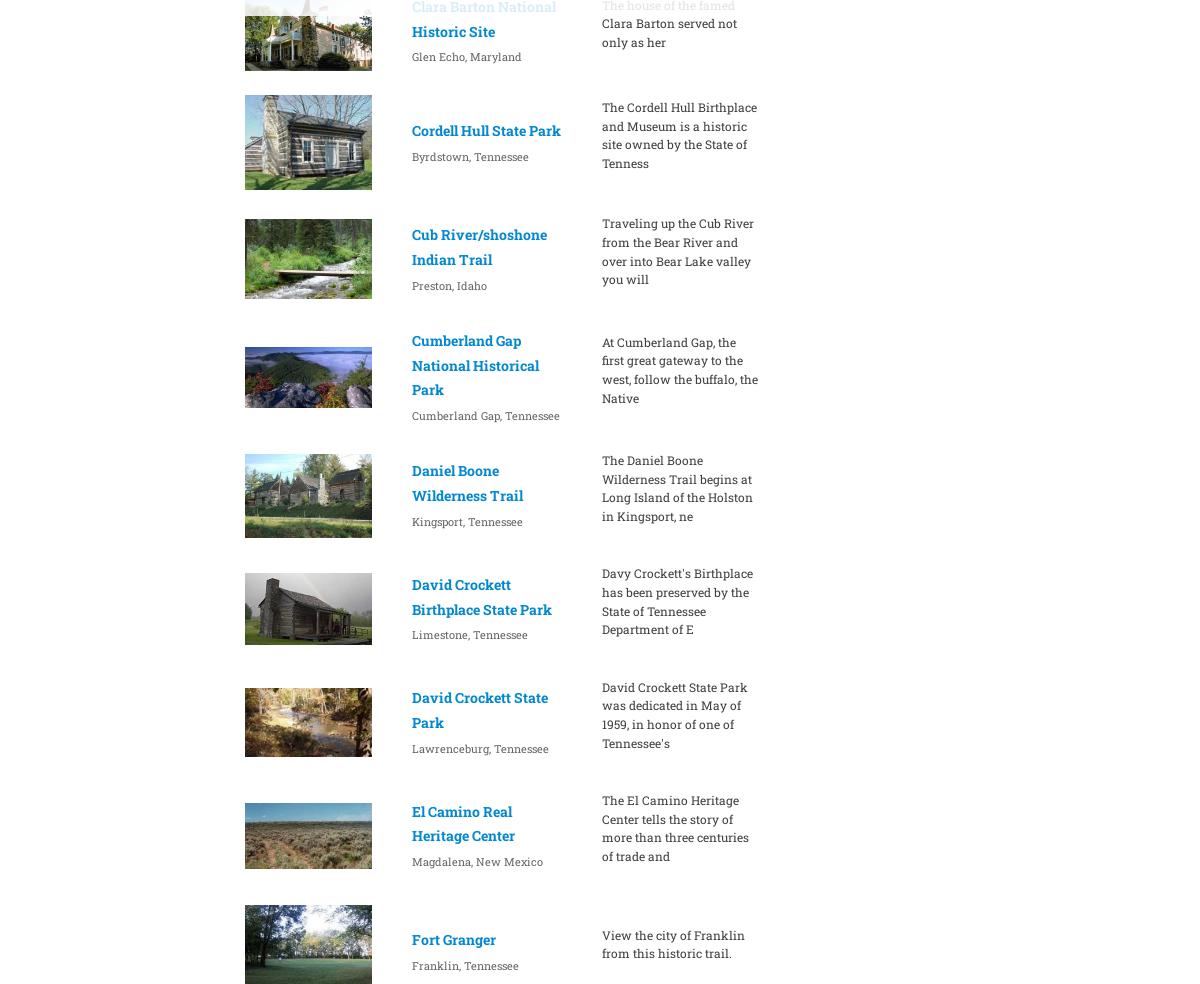 The height and width of the screenshot is (984, 1200). What do you see at coordinates (674, 713) in the screenshot?
I see `'David Crockett State Park was dedicated in May of 1959, in honor of one of Tennessee's'` at bounding box center [674, 713].